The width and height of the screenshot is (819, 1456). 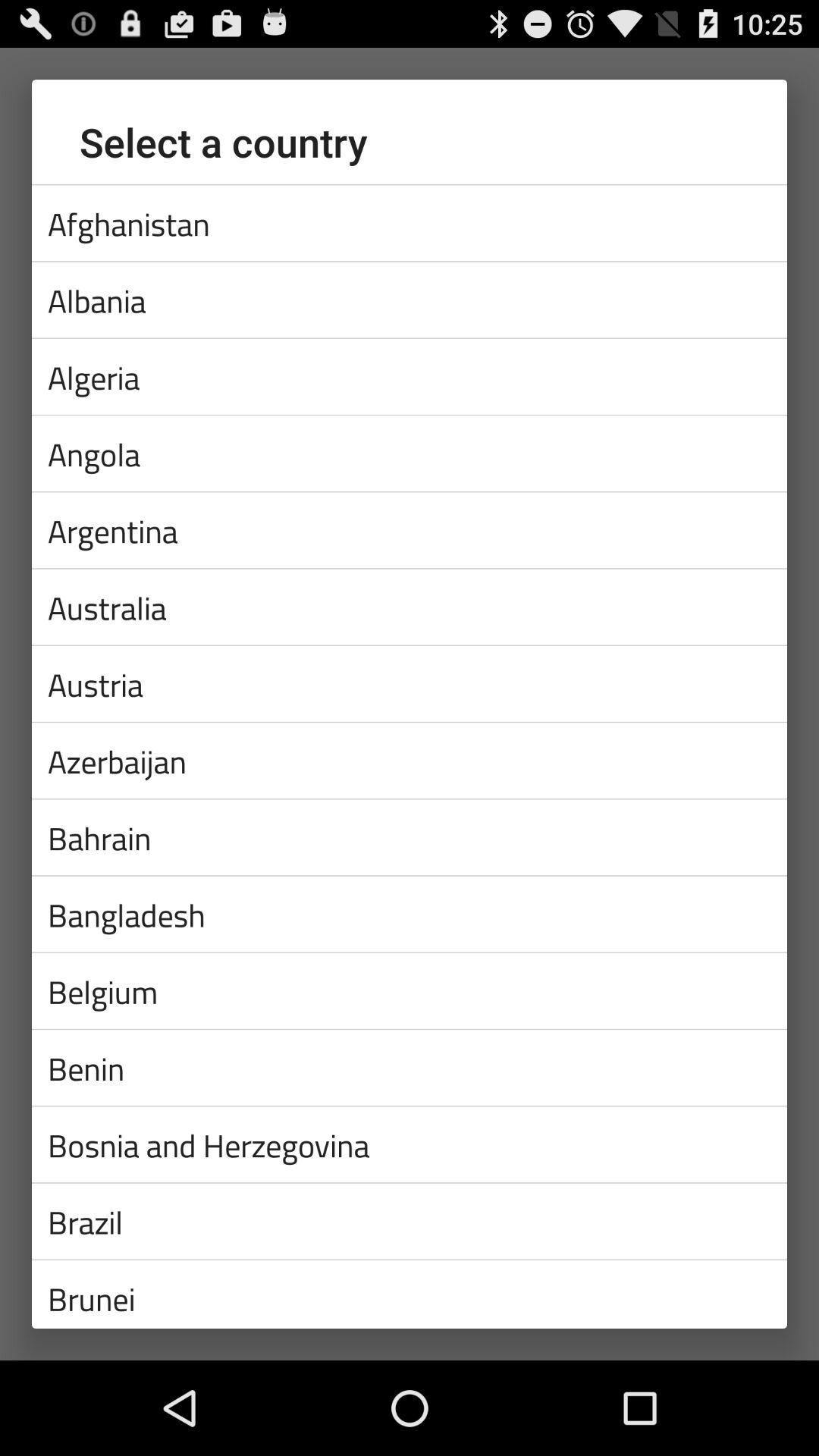 I want to click on afghanistan, so click(x=409, y=222).